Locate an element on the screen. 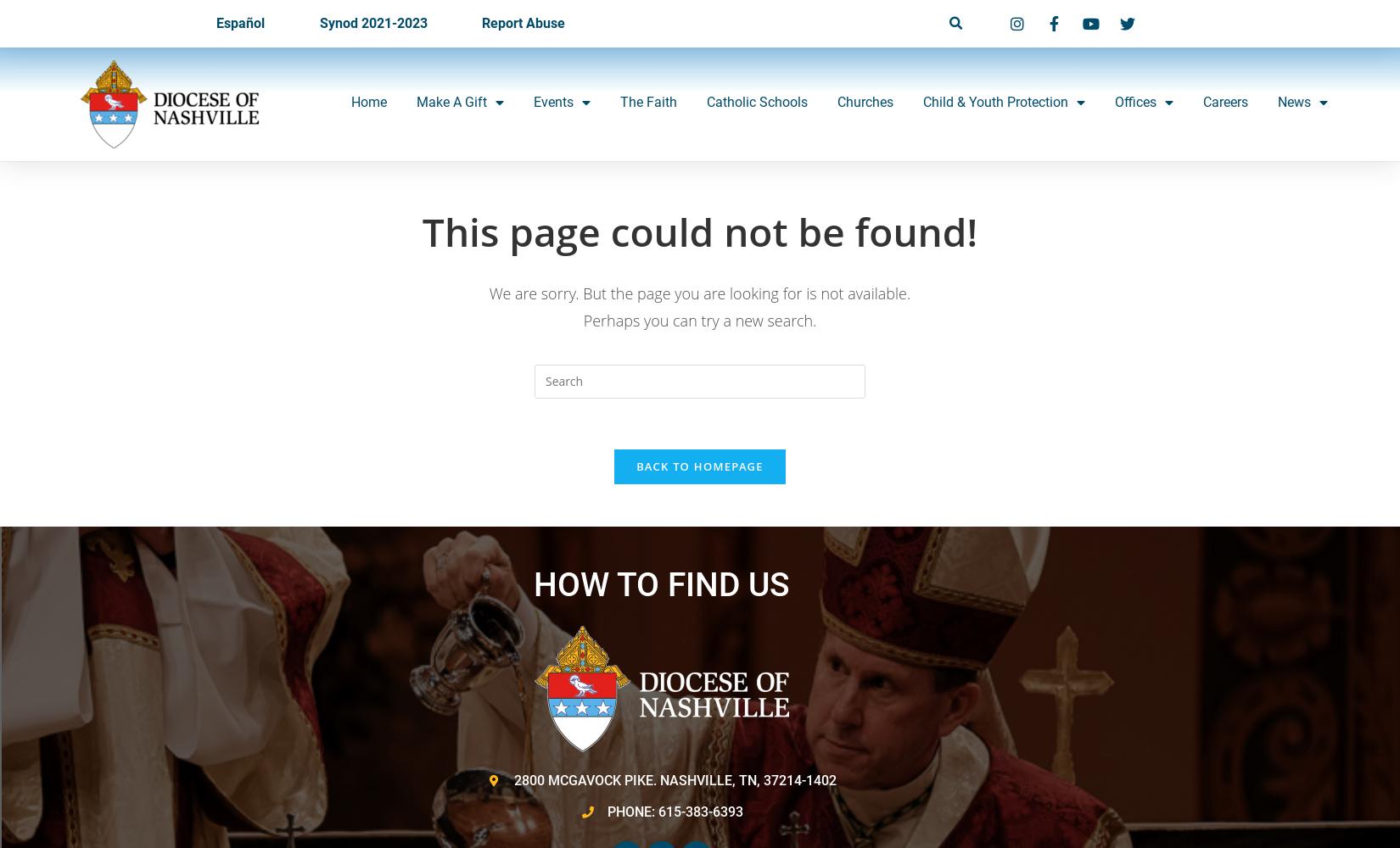 This screenshot has width=1400, height=848. 'Perhaps you can try a new search.' is located at coordinates (582, 321).